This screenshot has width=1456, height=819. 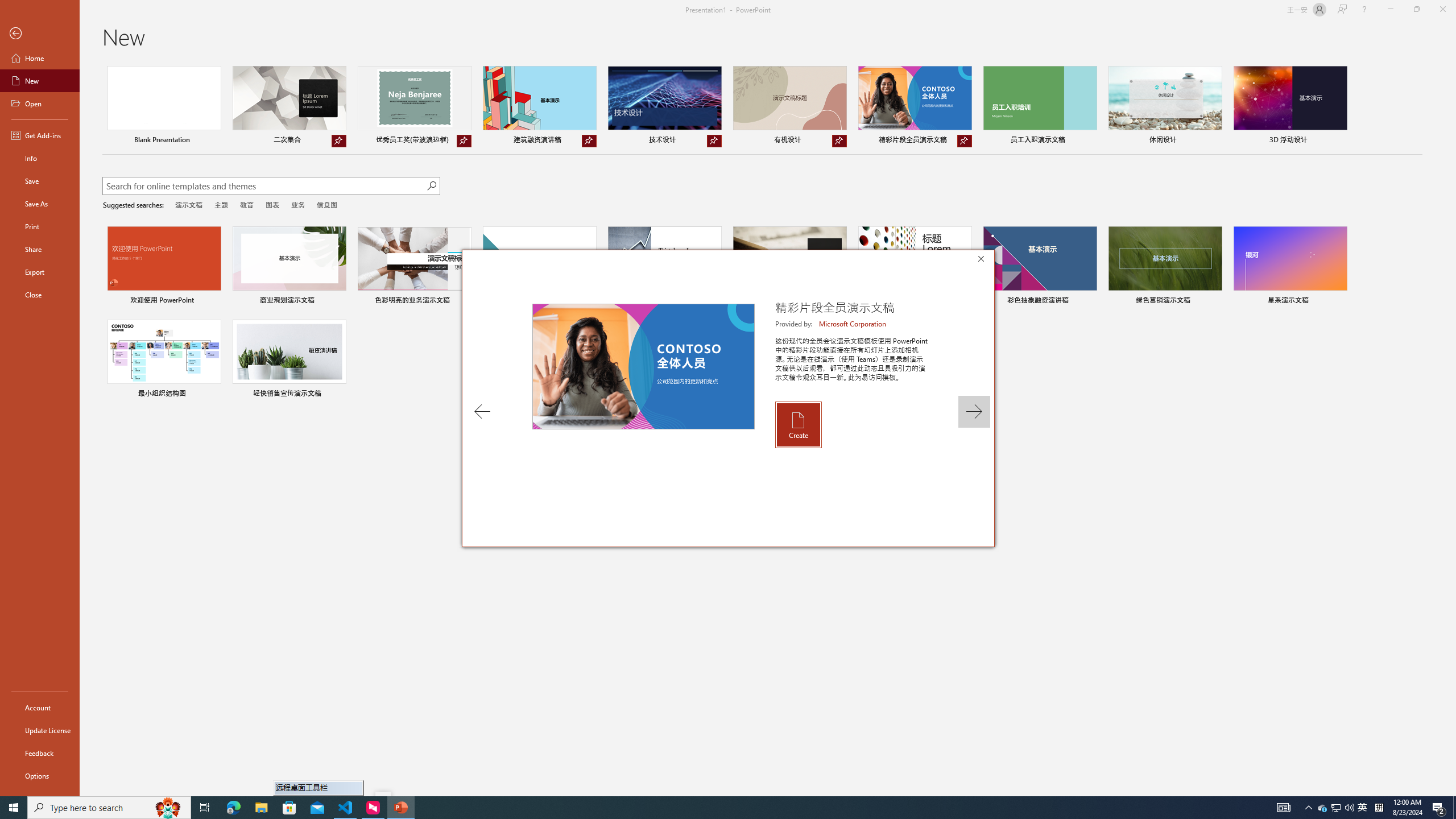 I want to click on 'Export', so click(x=39, y=272).